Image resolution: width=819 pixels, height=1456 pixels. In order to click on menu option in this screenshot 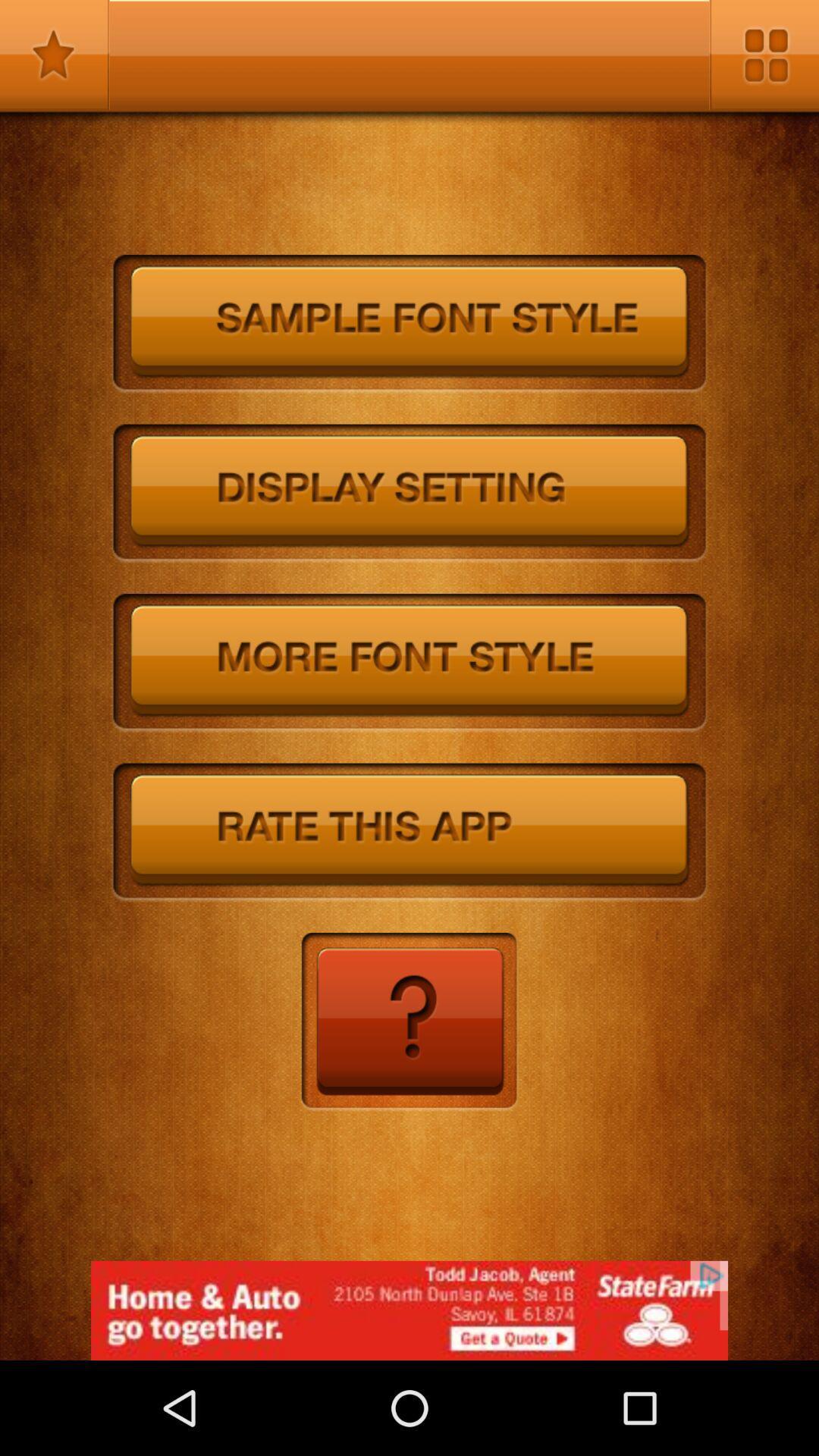, I will do `click(764, 55)`.